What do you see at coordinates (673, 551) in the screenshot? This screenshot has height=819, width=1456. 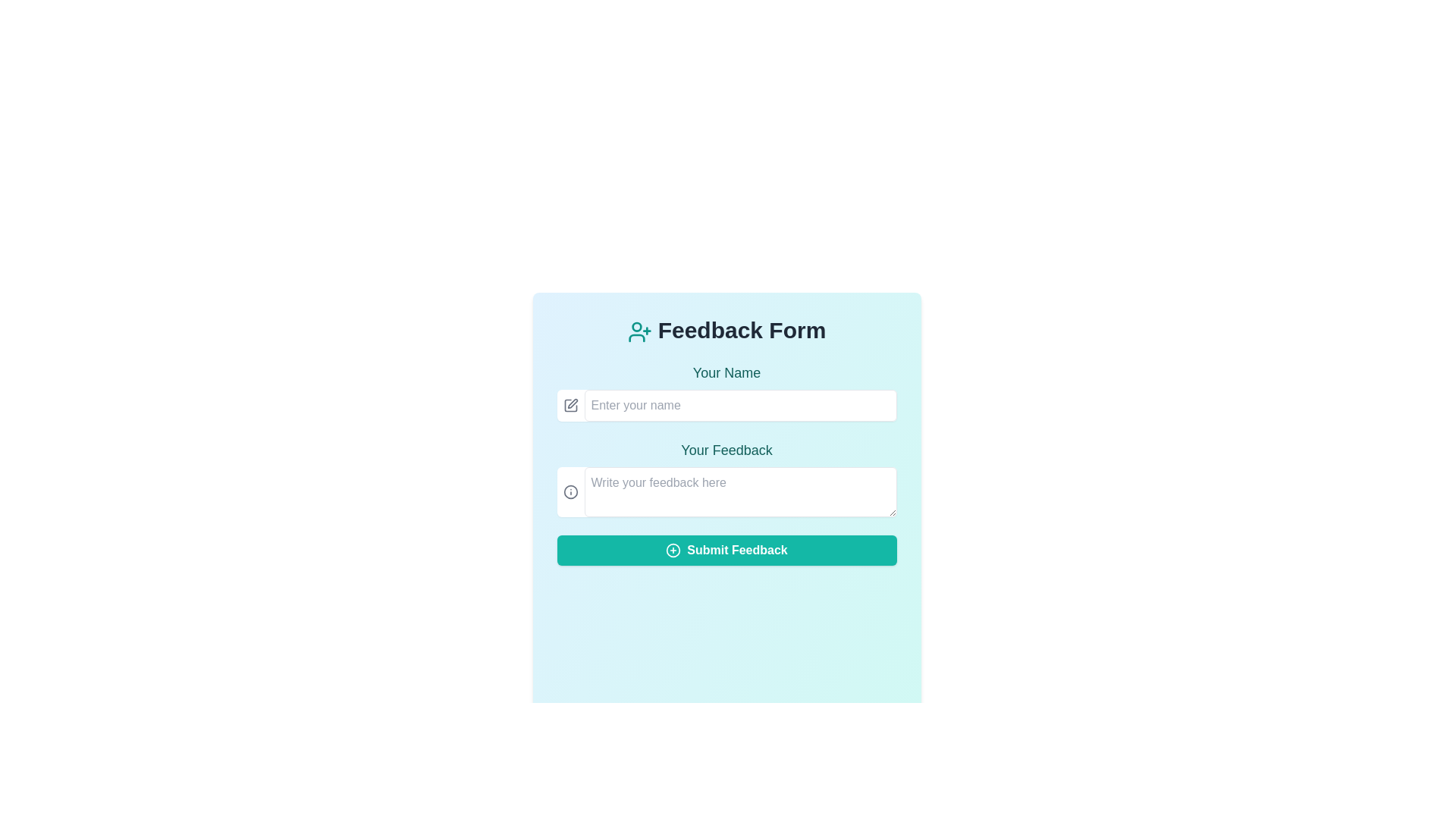 I see `the teal-colored icon with a plus symbol inside a circle, located to the left of the 'Submit Feedback' text` at bounding box center [673, 551].